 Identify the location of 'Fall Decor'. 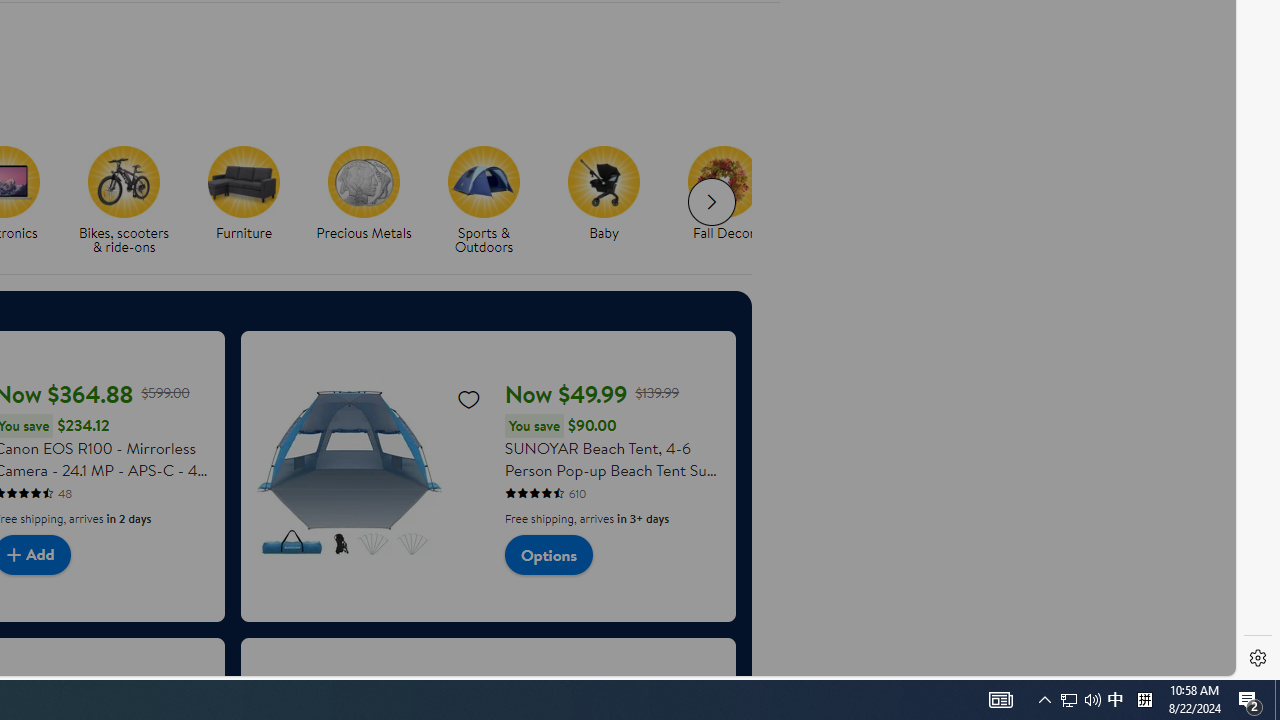
(731, 201).